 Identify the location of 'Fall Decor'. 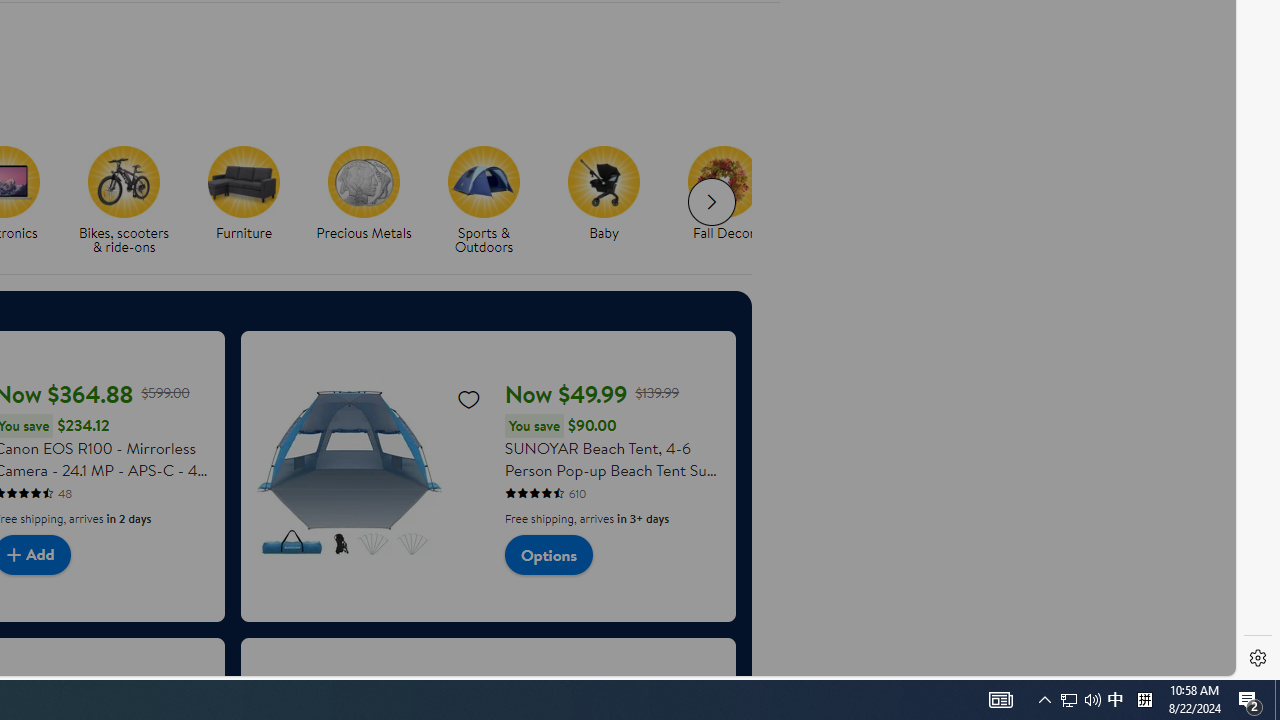
(731, 201).